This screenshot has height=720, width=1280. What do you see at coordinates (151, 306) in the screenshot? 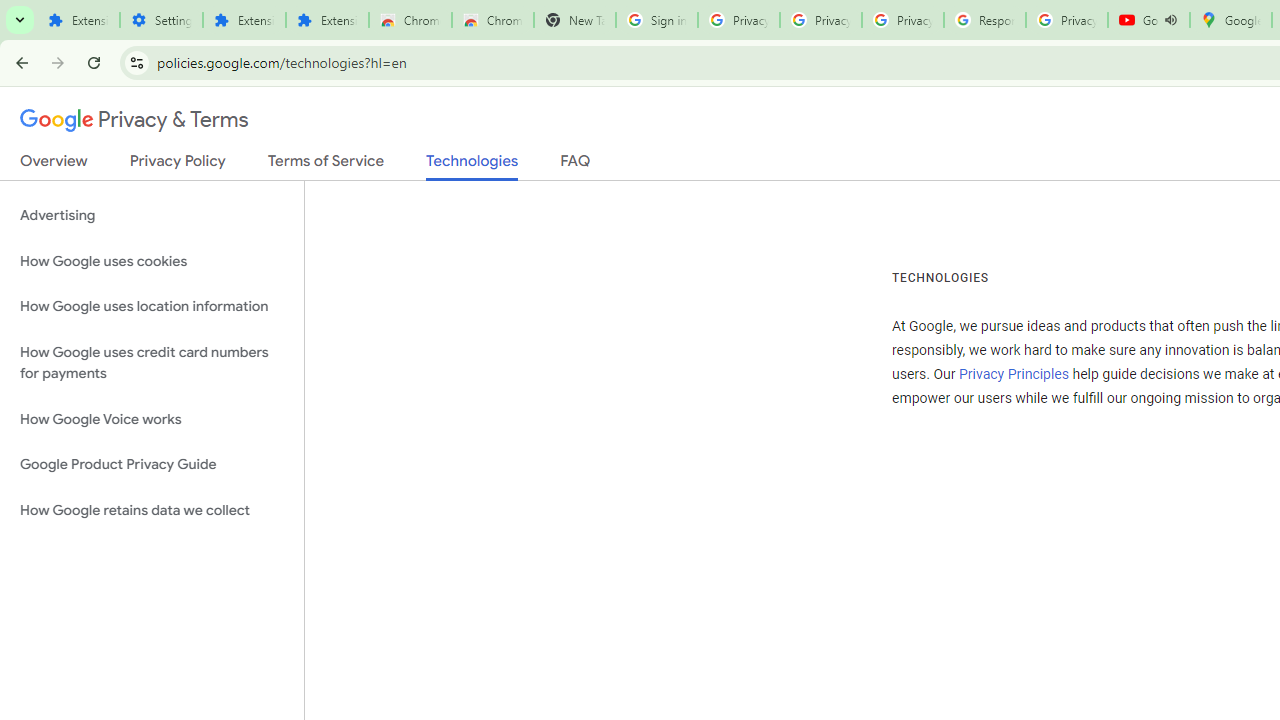
I see `'How Google uses location information'` at bounding box center [151, 306].